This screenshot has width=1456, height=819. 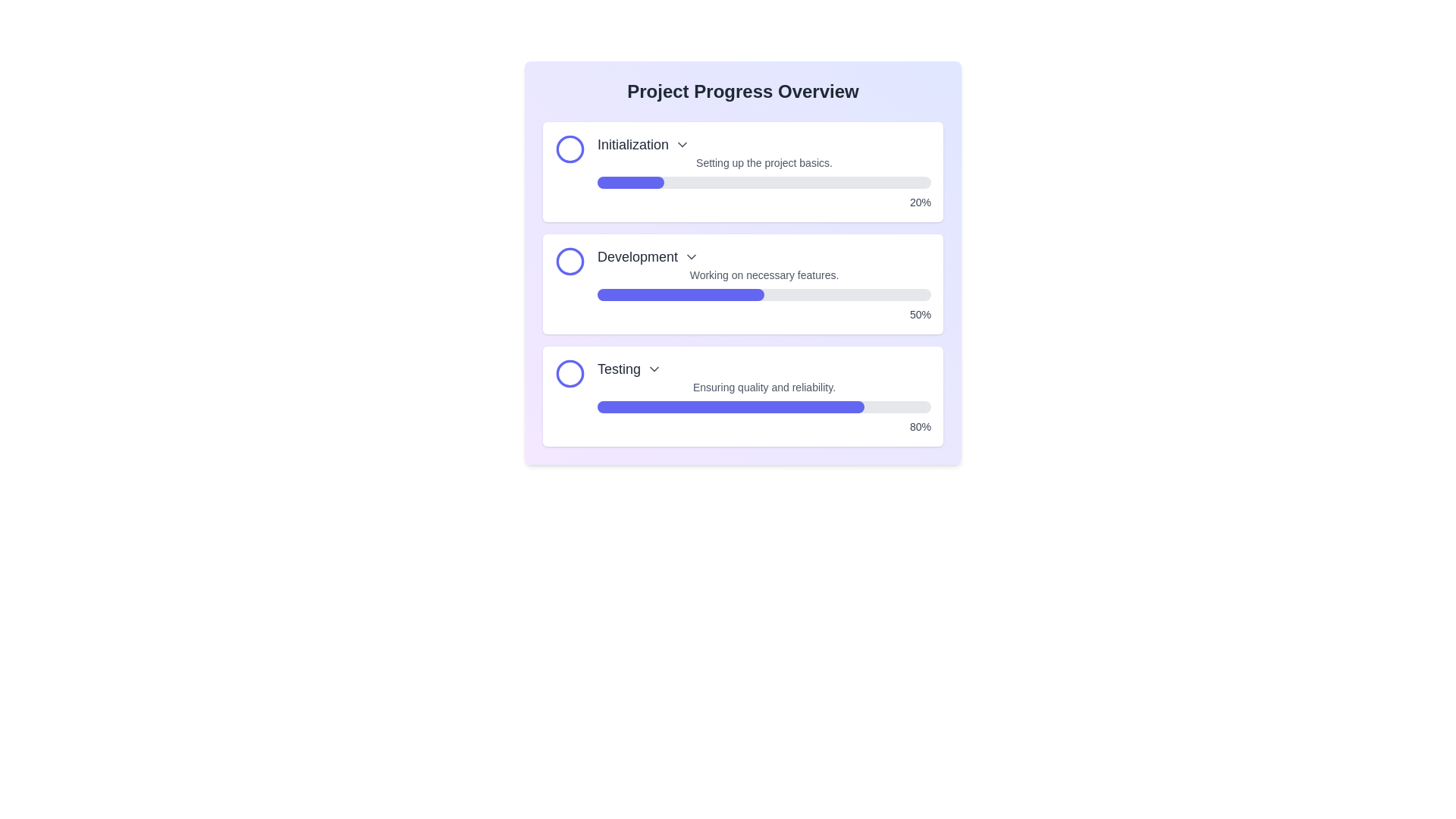 I want to click on the horizontal progress bar indicating 20% progress within the 'Initialization' section of the progress overview panel, so click(x=630, y=181).